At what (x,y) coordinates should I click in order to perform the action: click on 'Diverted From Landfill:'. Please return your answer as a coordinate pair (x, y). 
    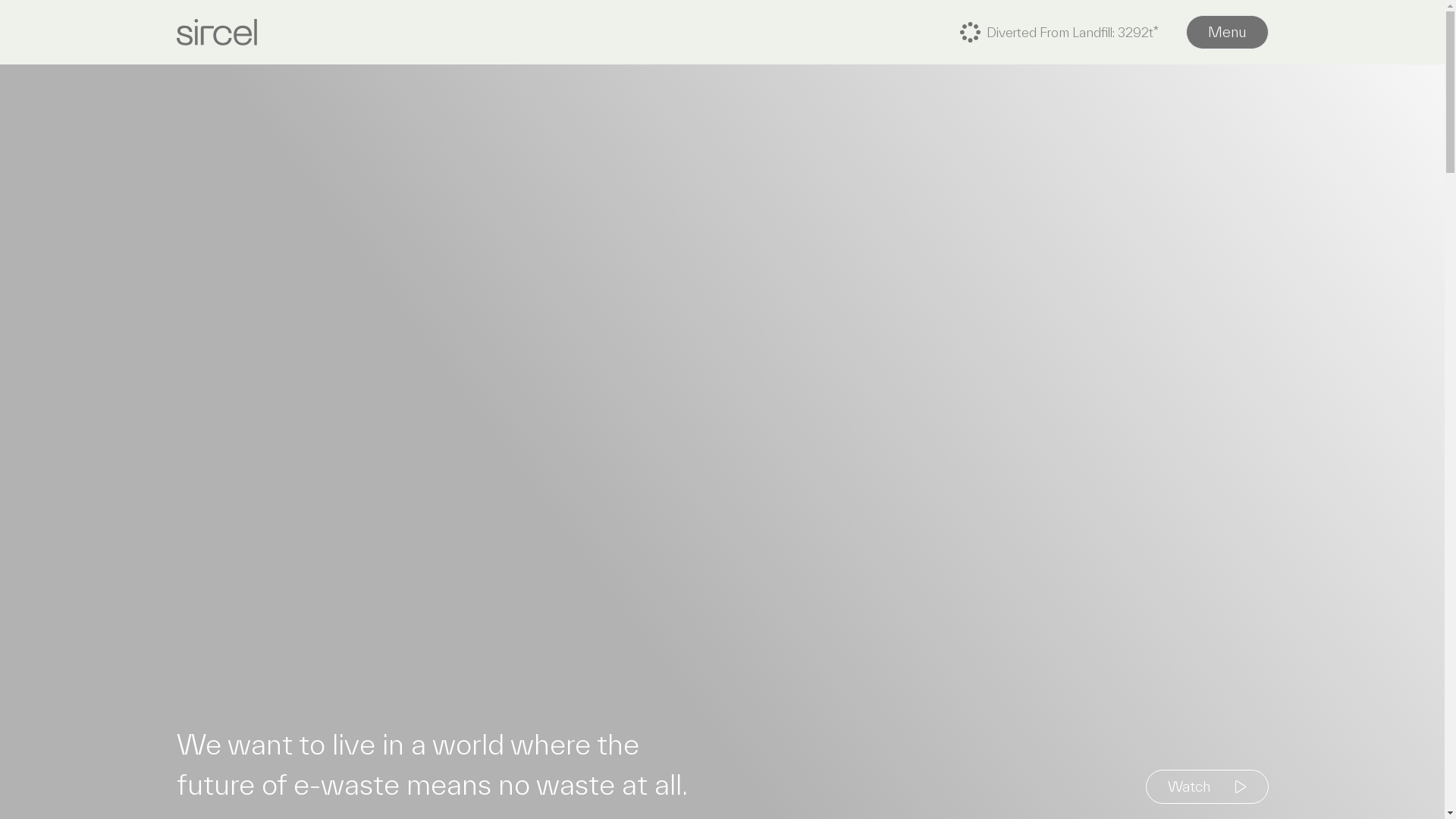
    Looking at the image, I should click on (1153, 32).